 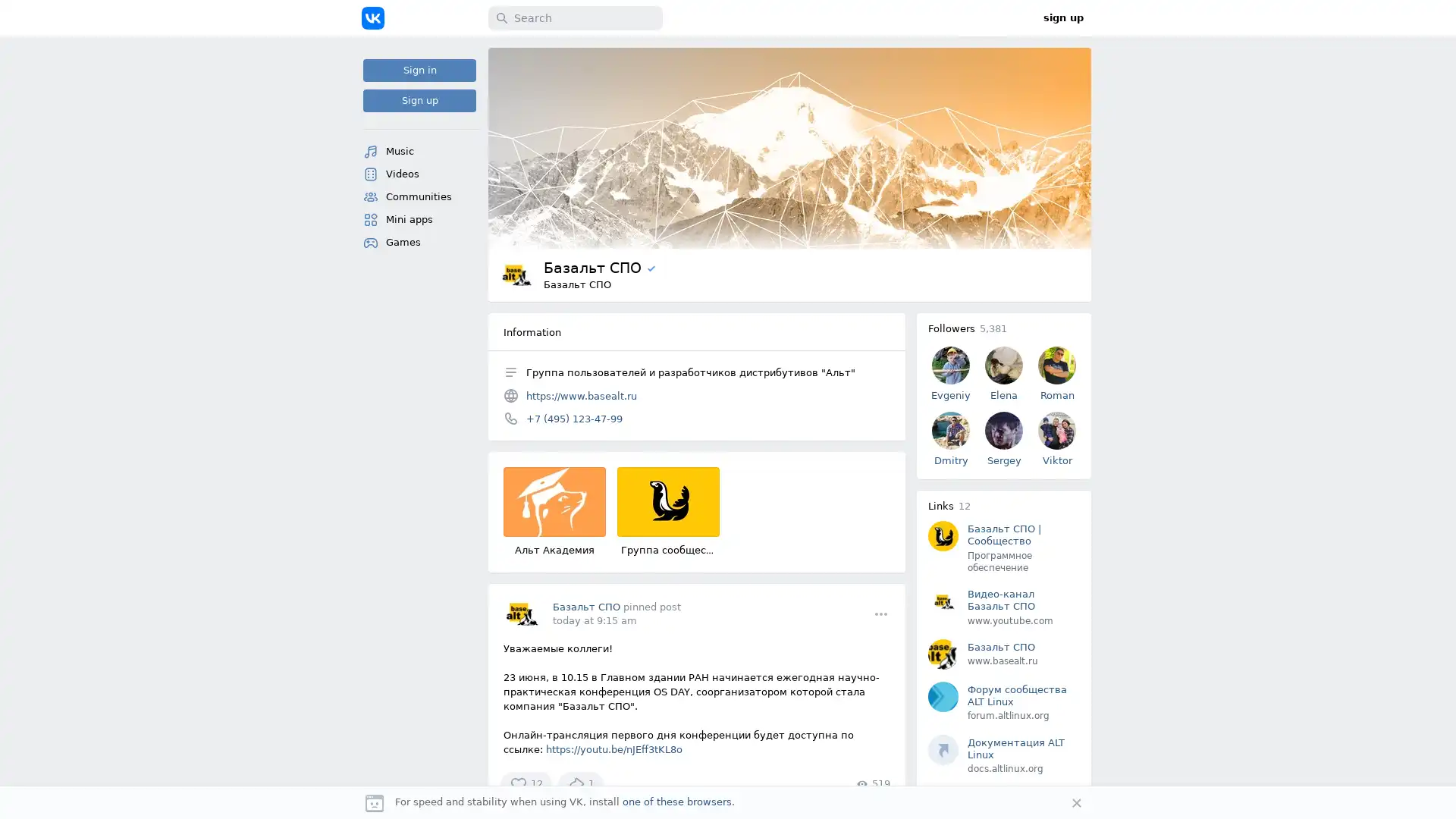 I want to click on Actions, so click(x=880, y=613).